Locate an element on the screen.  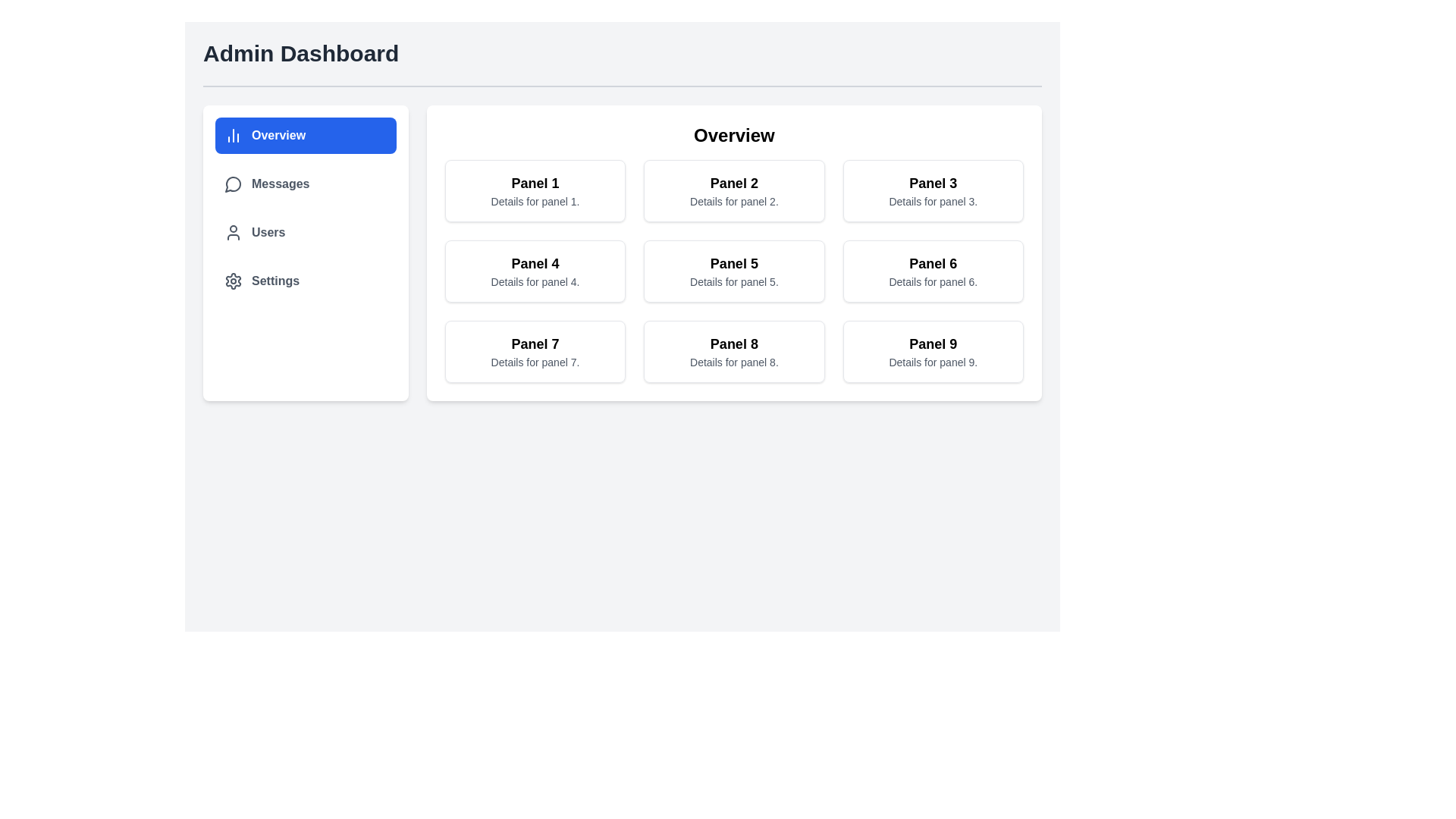
text content of the heading element displaying 'Panel 7', which is located in the center column of the third row within the grid layout under the 'Overview' section is located at coordinates (535, 344).